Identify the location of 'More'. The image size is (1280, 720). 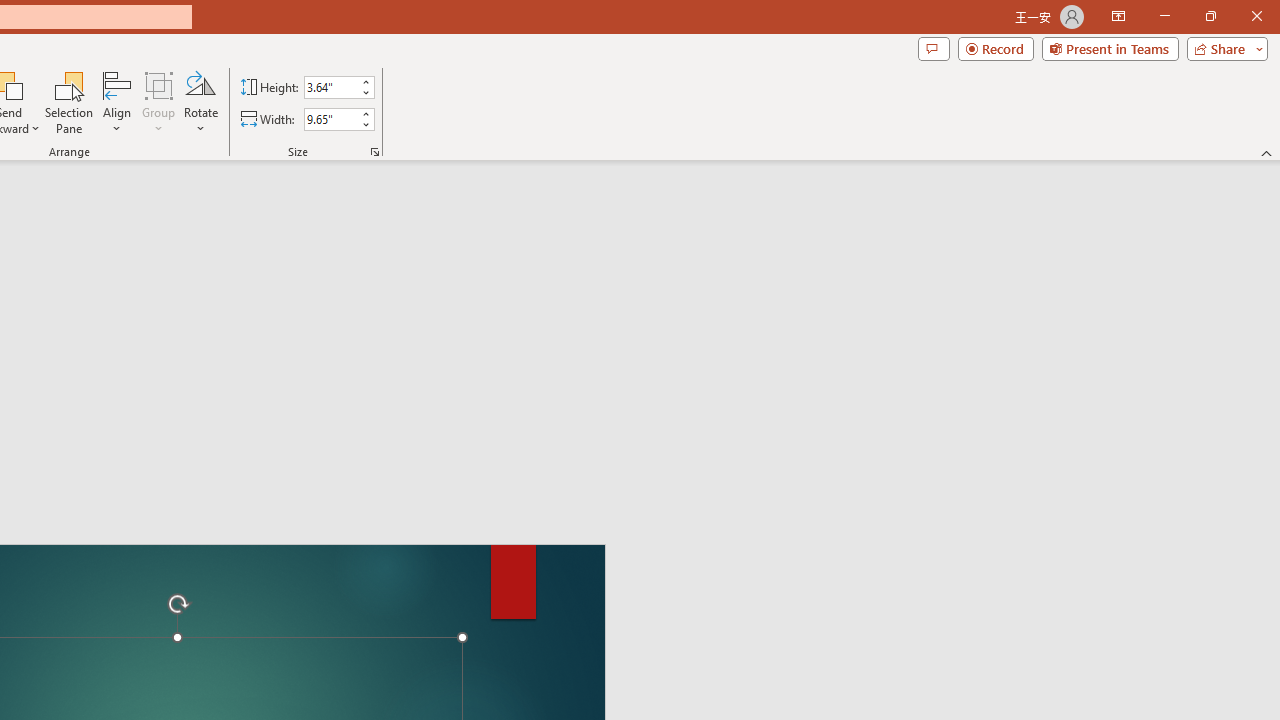
(365, 113).